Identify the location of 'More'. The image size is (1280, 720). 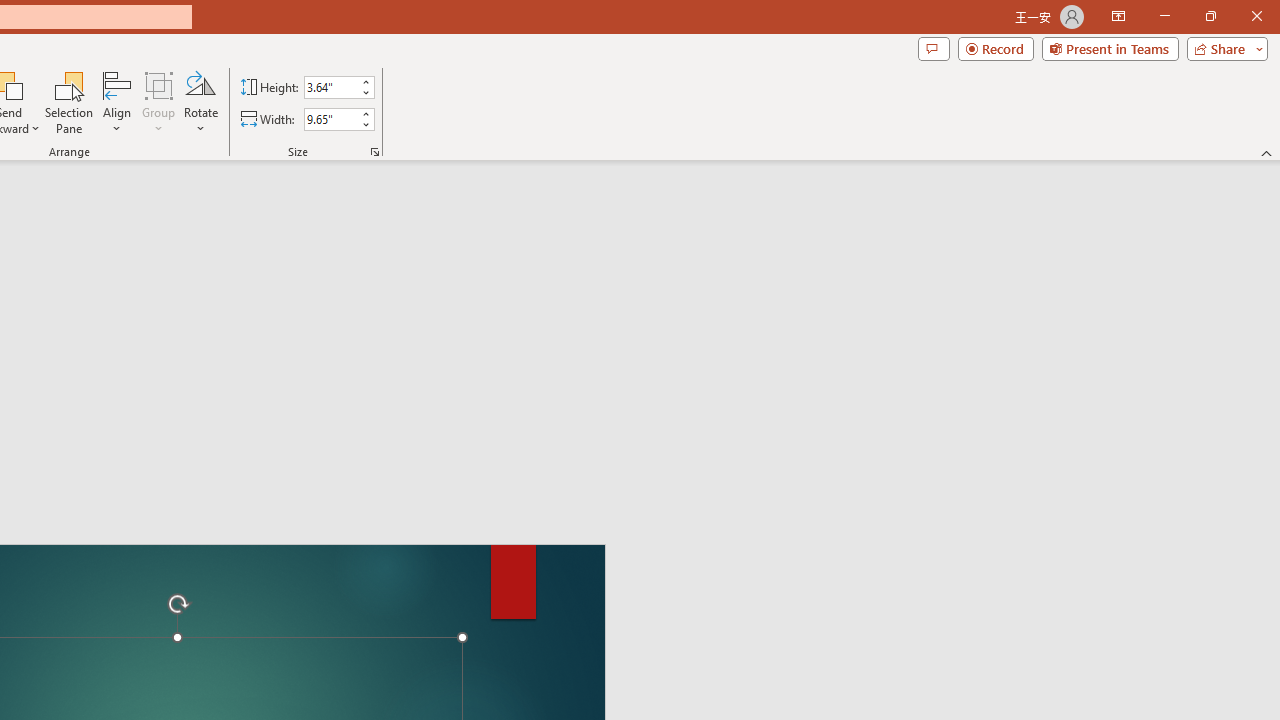
(365, 113).